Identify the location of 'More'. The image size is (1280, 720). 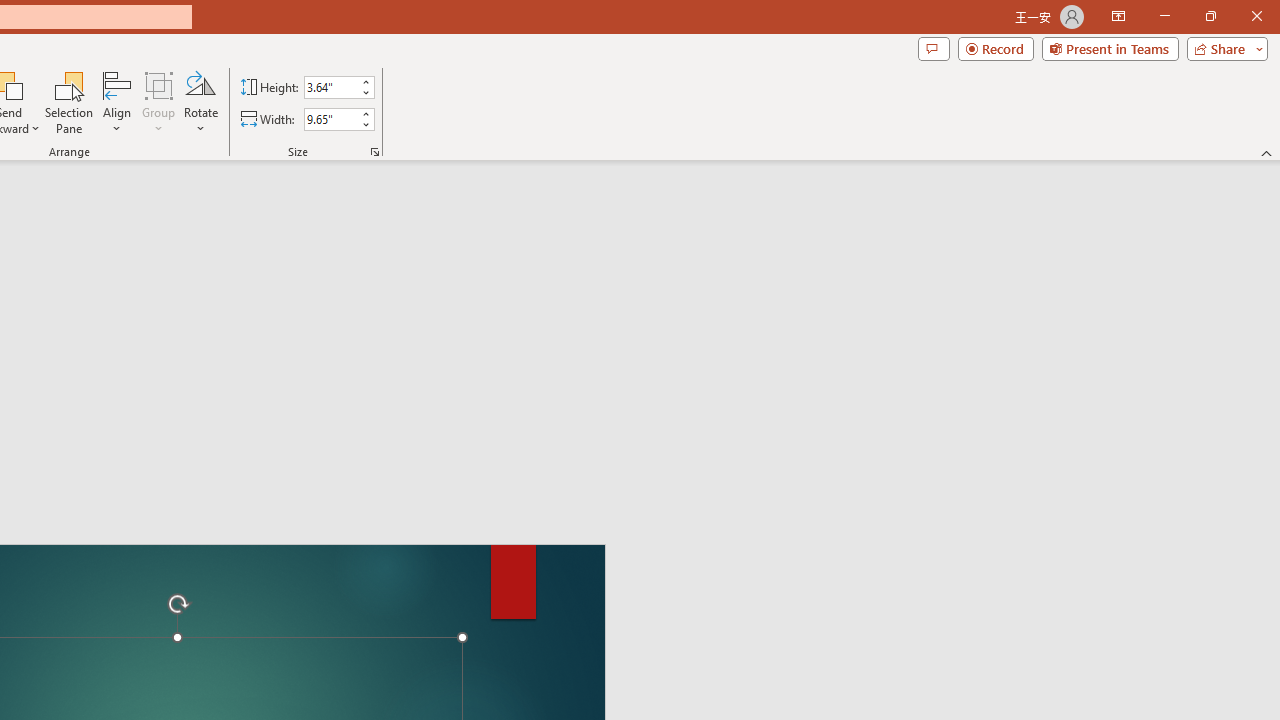
(365, 113).